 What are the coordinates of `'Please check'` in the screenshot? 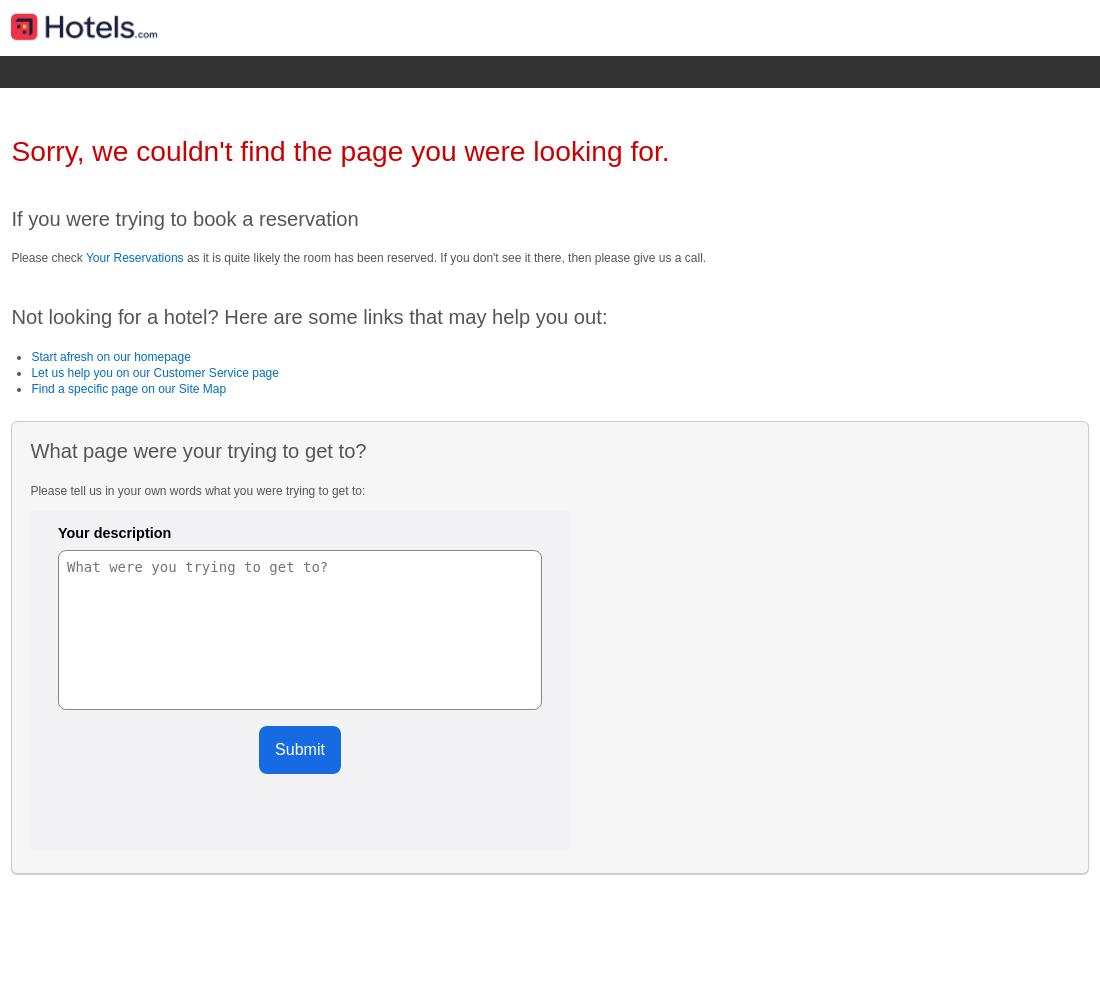 It's located at (46, 257).